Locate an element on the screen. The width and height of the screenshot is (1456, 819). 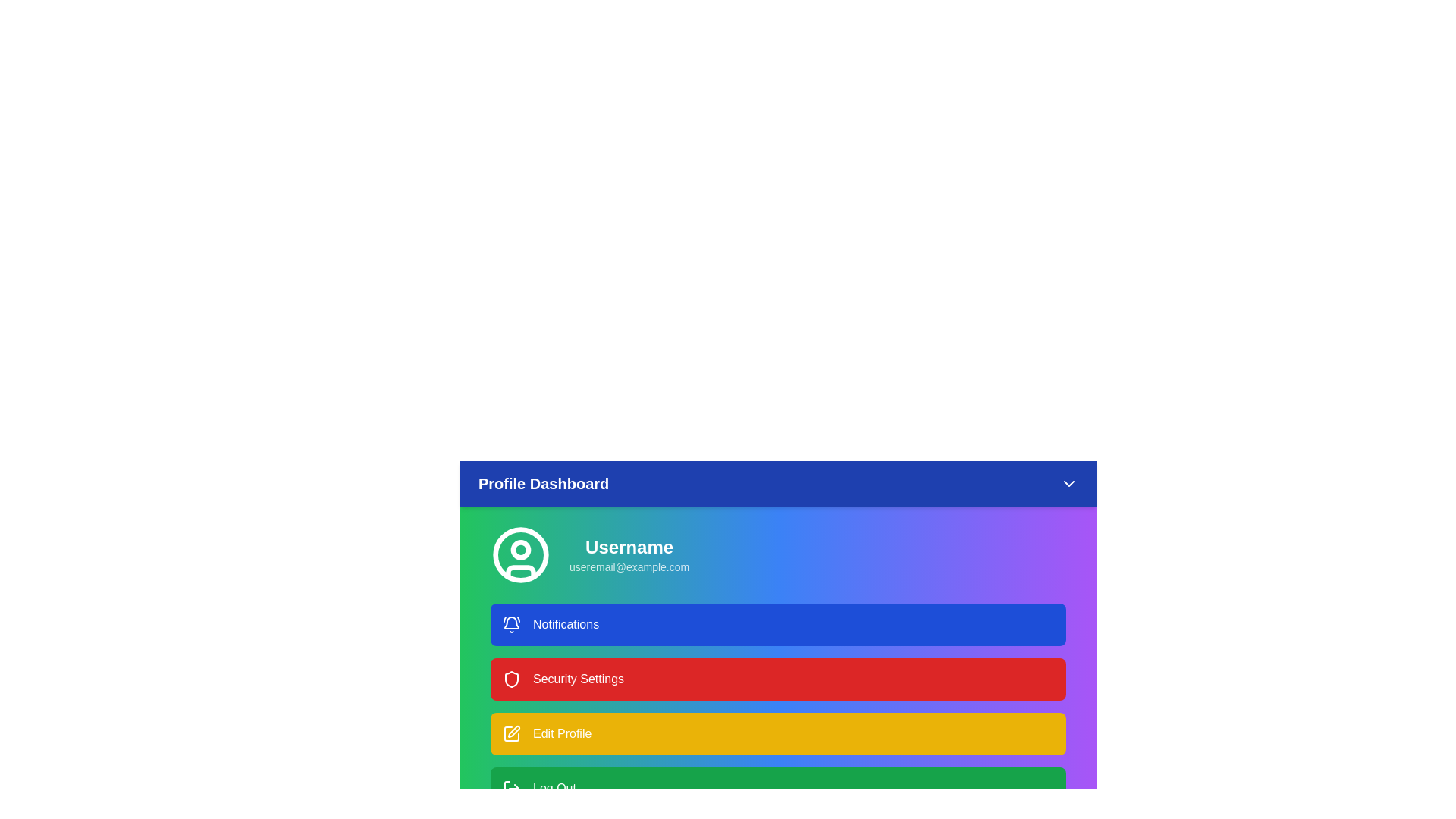
the header text 'Profile Dashboard' to inspect it is located at coordinates (543, 483).